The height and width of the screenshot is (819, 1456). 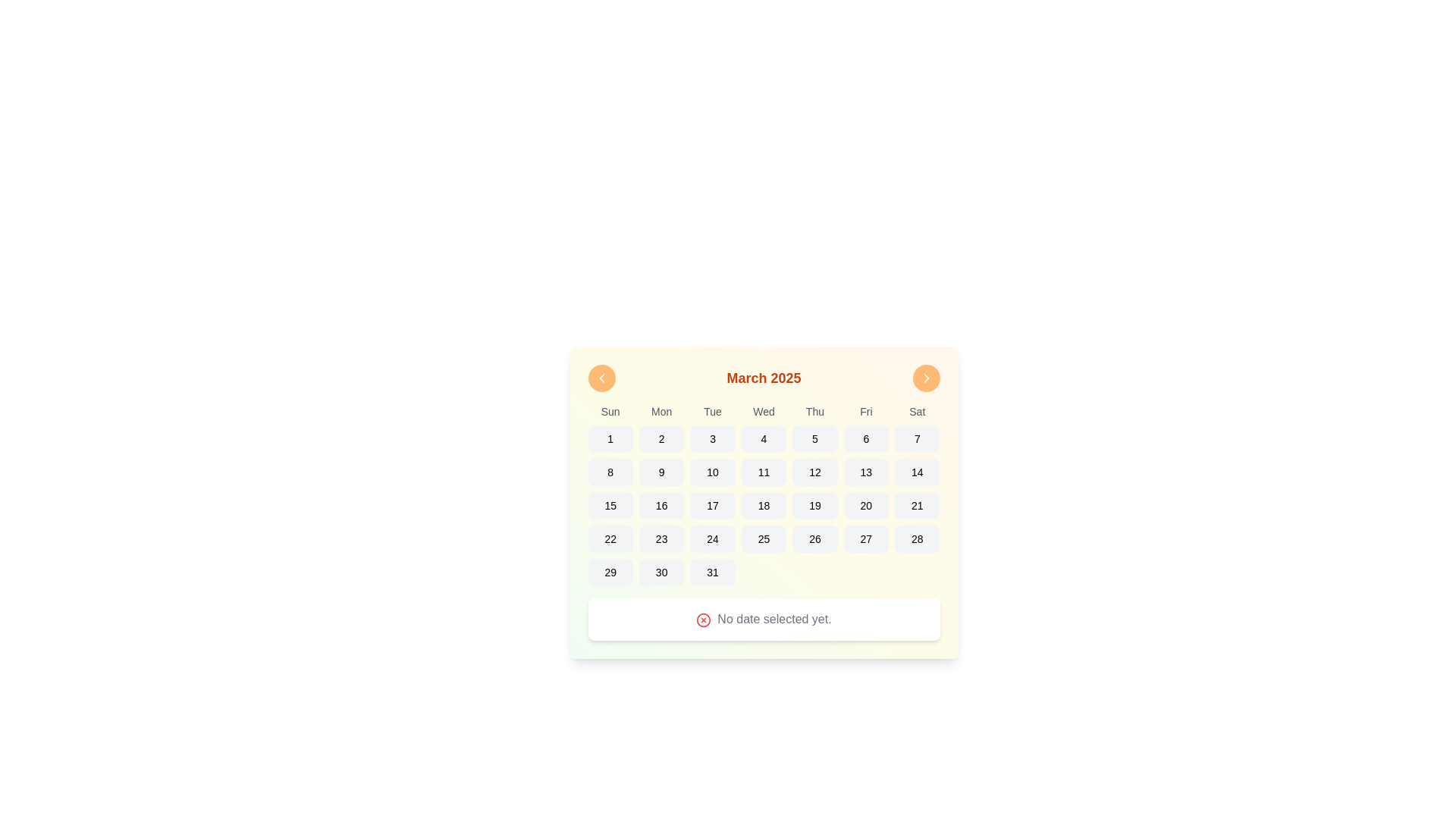 I want to click on the Chevron icon within the orange circular button located in the top-right corner of the calendar interface, so click(x=925, y=377).